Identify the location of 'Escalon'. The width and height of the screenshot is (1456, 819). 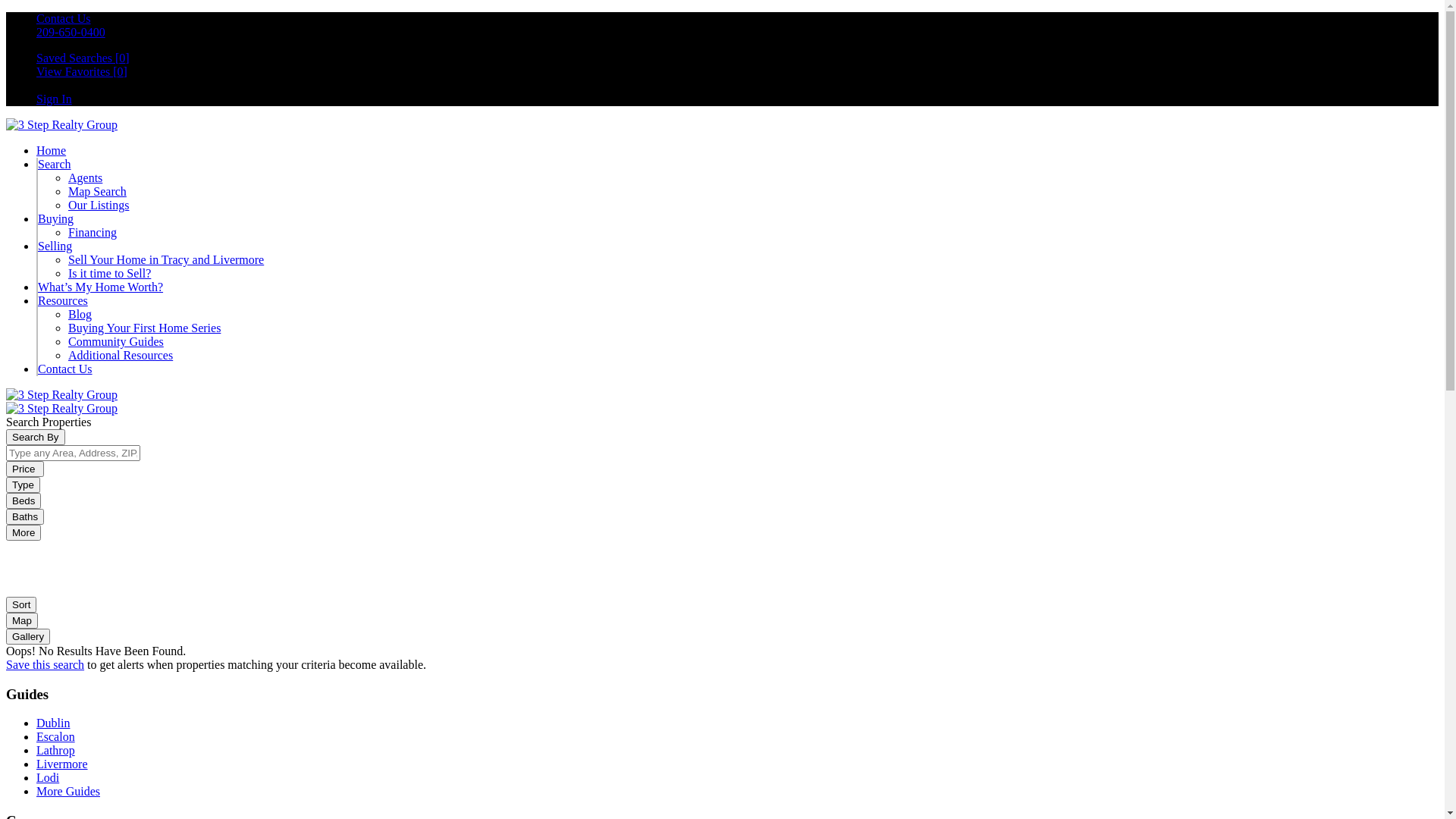
(55, 736).